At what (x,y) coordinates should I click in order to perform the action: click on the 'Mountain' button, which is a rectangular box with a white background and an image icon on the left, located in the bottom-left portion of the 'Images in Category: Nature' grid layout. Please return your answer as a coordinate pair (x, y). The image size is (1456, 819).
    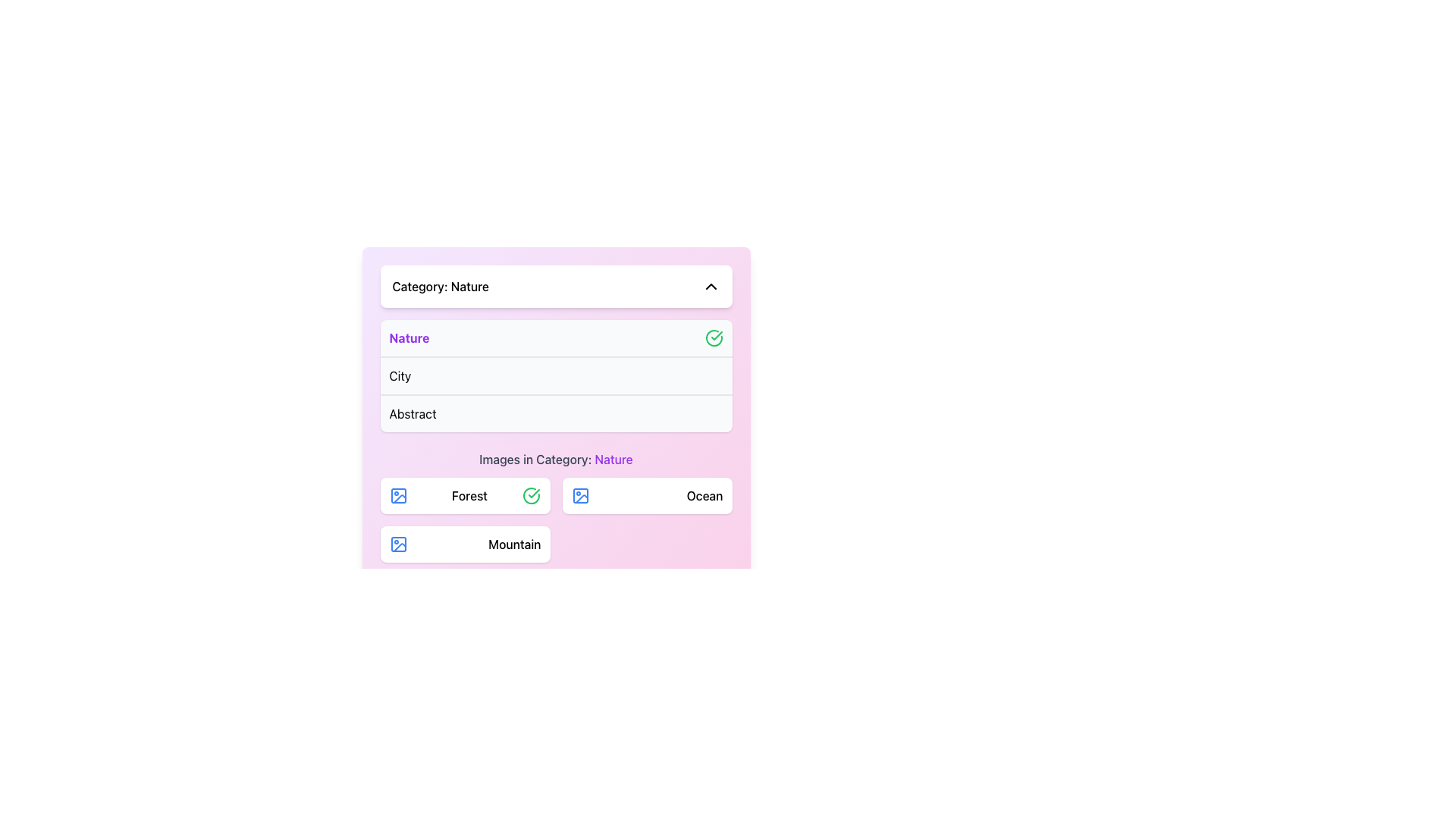
    Looking at the image, I should click on (464, 543).